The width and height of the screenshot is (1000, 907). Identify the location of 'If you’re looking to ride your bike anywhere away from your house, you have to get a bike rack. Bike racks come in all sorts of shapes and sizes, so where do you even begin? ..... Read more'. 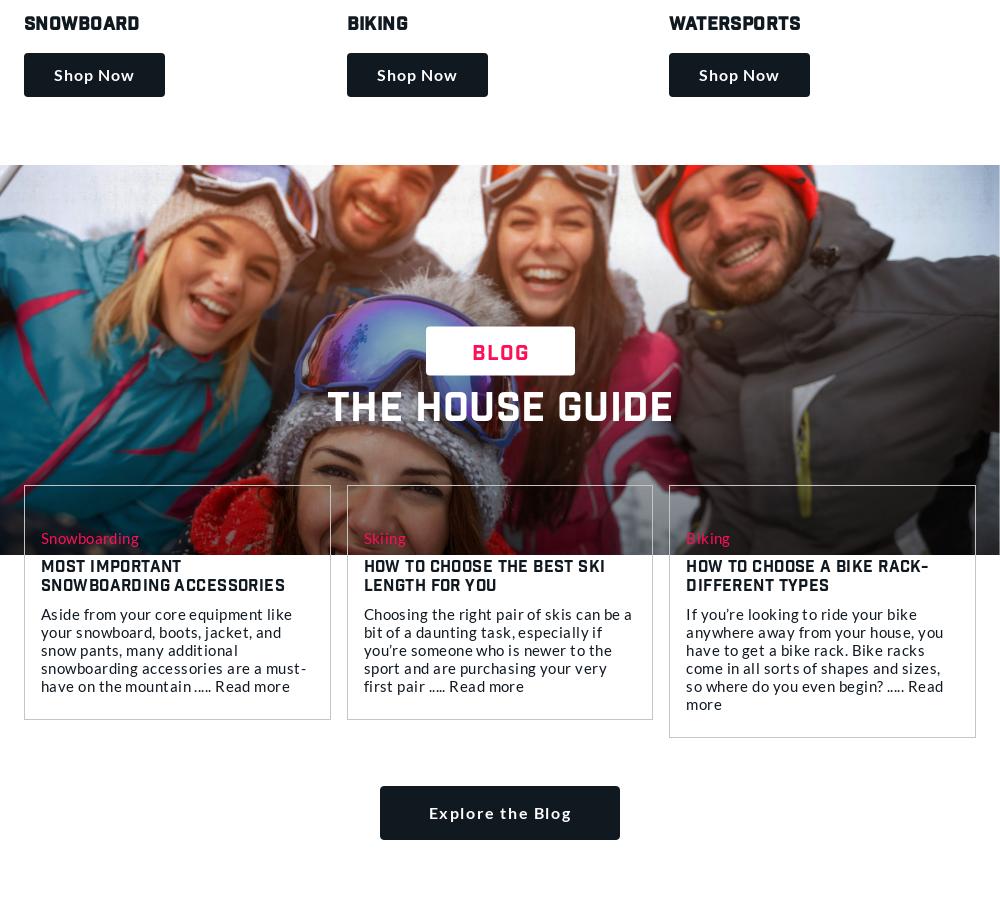
(686, 658).